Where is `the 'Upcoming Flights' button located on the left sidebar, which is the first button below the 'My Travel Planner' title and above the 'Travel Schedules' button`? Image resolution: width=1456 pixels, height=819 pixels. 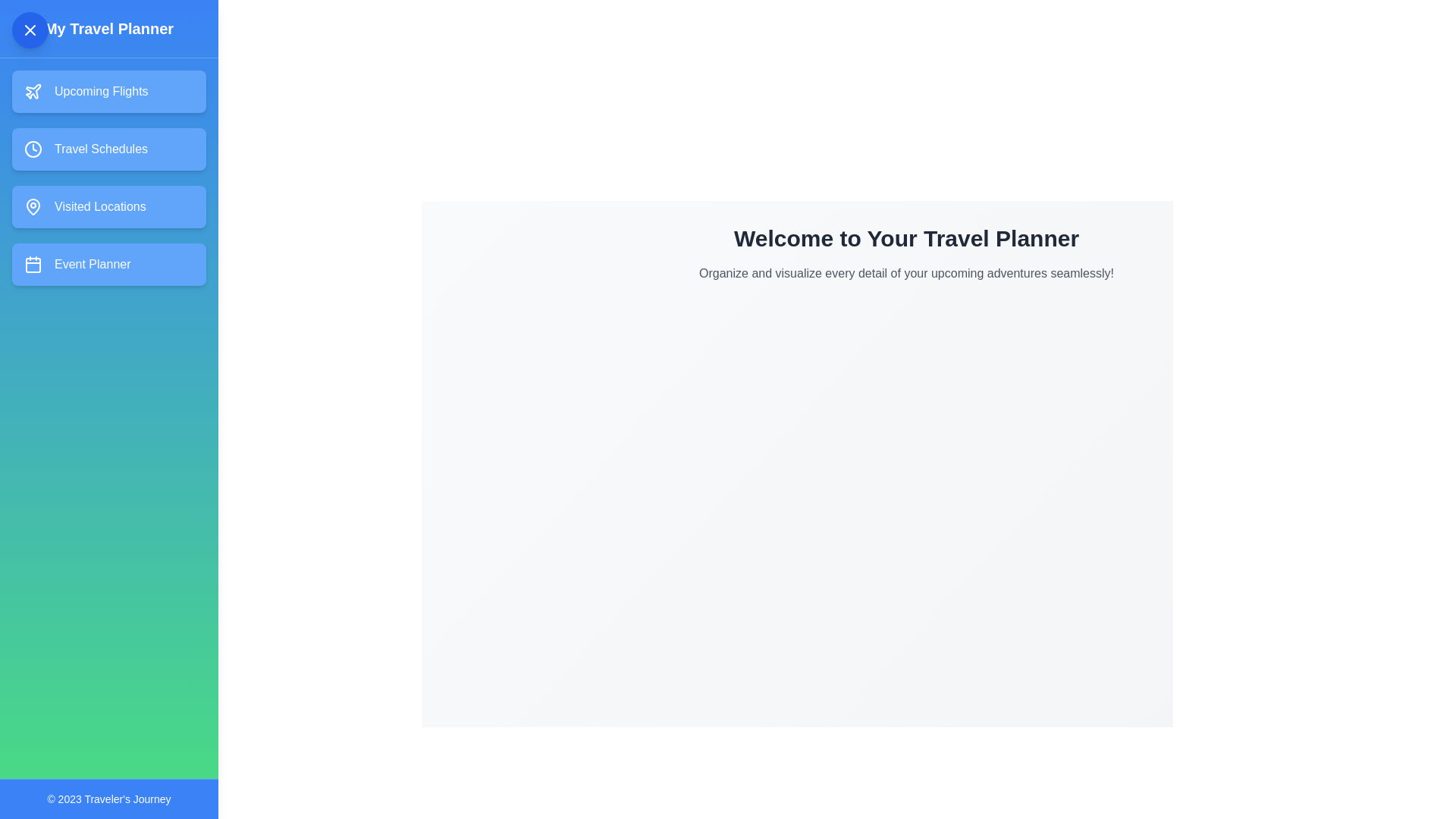 the 'Upcoming Flights' button located on the left sidebar, which is the first button below the 'My Travel Planner' title and above the 'Travel Schedules' button is located at coordinates (108, 91).